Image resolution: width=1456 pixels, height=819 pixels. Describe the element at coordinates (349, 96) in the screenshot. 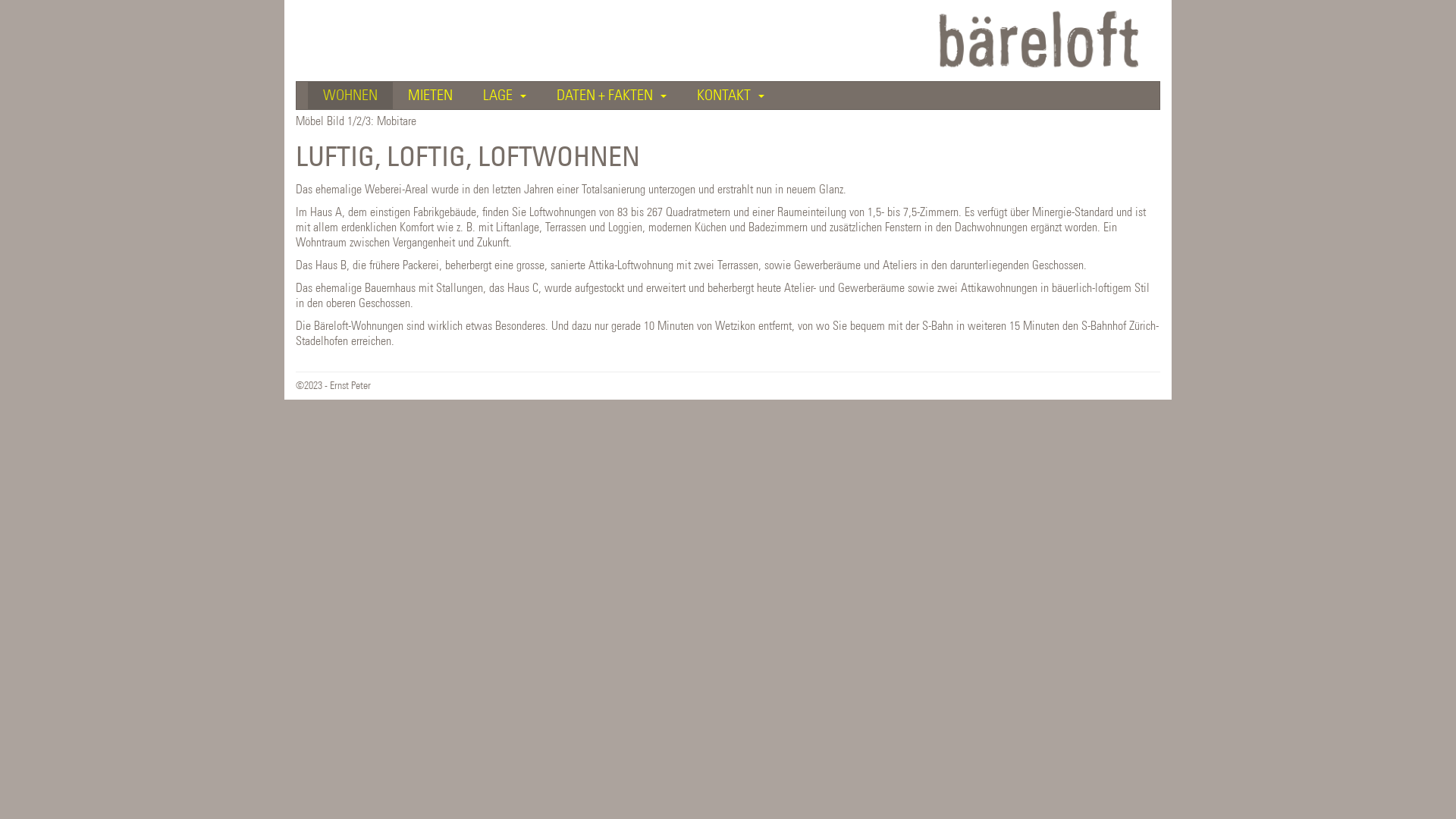

I see `'WOHNEN'` at that location.